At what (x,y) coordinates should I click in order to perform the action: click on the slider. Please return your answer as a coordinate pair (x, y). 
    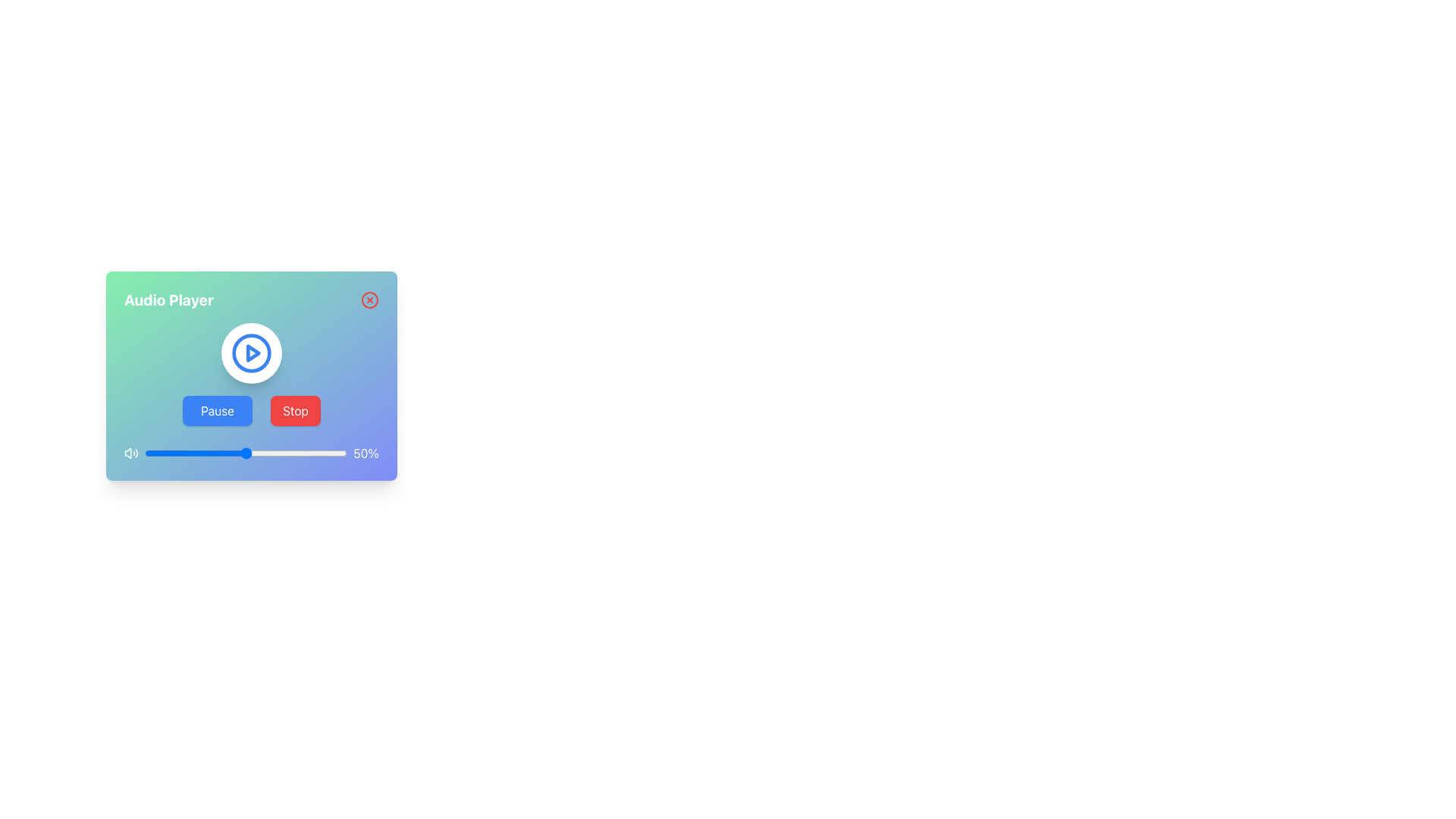
    Looking at the image, I should click on (344, 452).